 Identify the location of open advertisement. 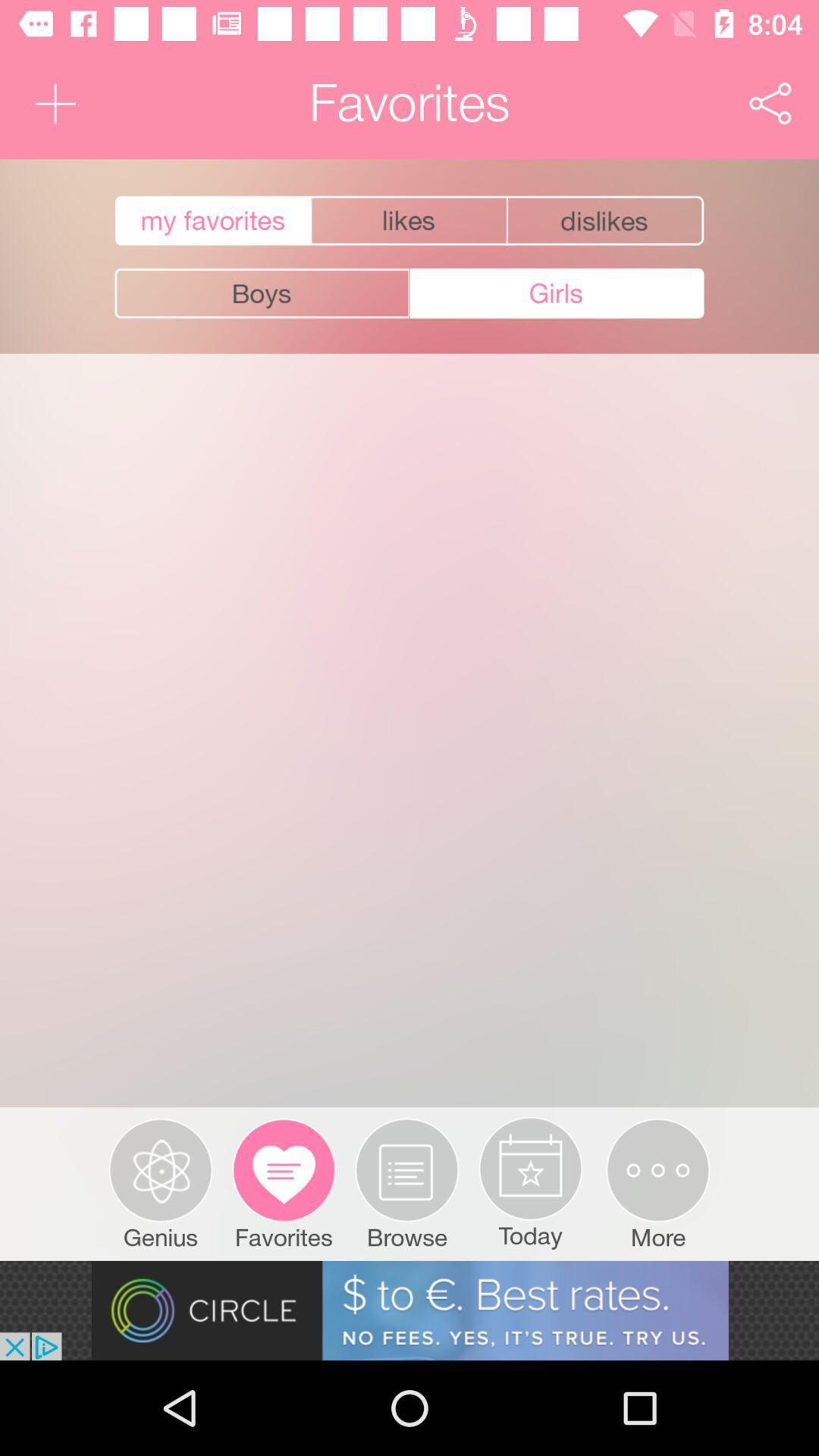
(409, 1310).